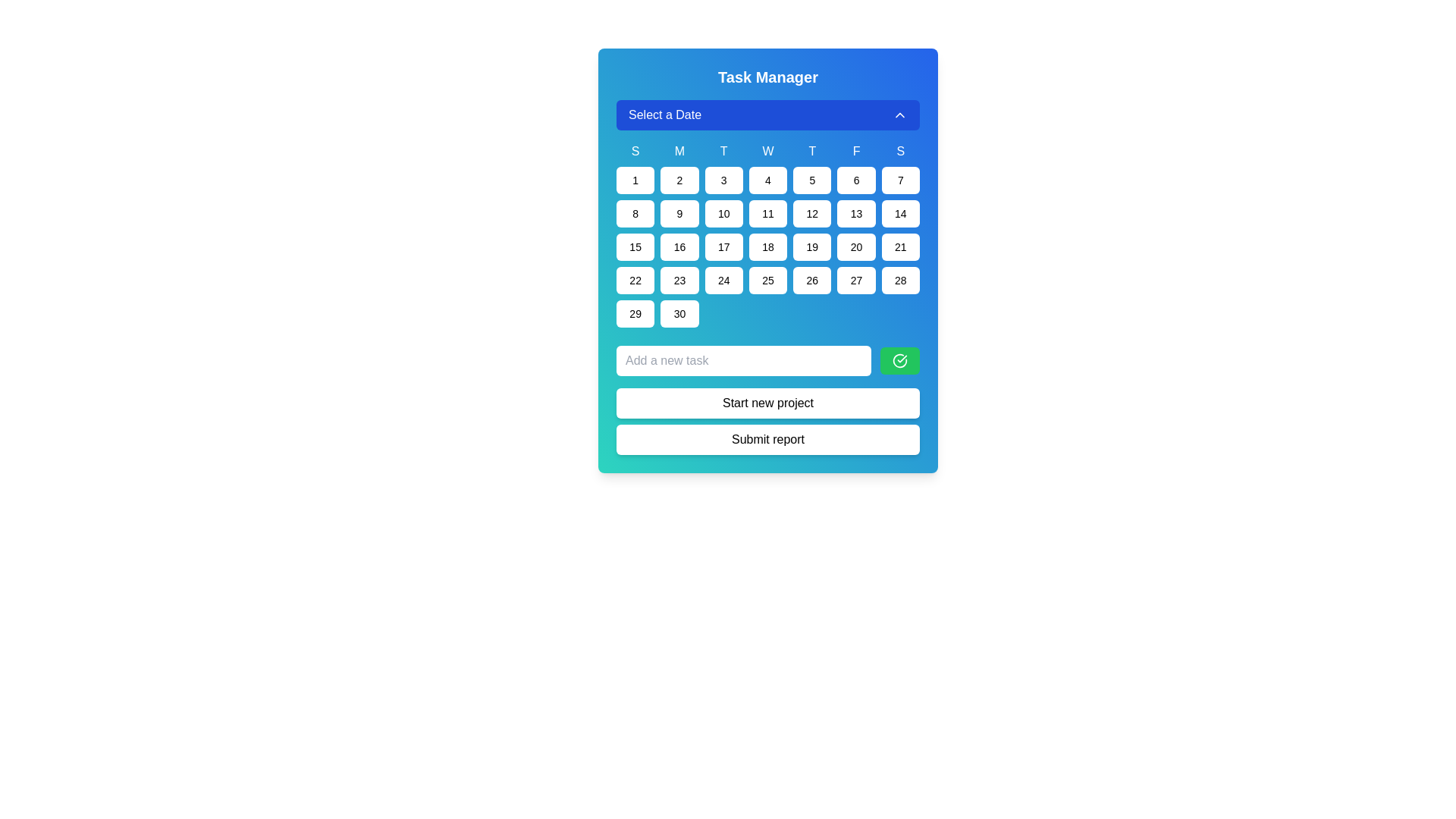 The image size is (1456, 819). What do you see at coordinates (899, 360) in the screenshot?
I see `the icon (circle with a checkmark) within the green rectangular button to confirm the addition of a new task` at bounding box center [899, 360].